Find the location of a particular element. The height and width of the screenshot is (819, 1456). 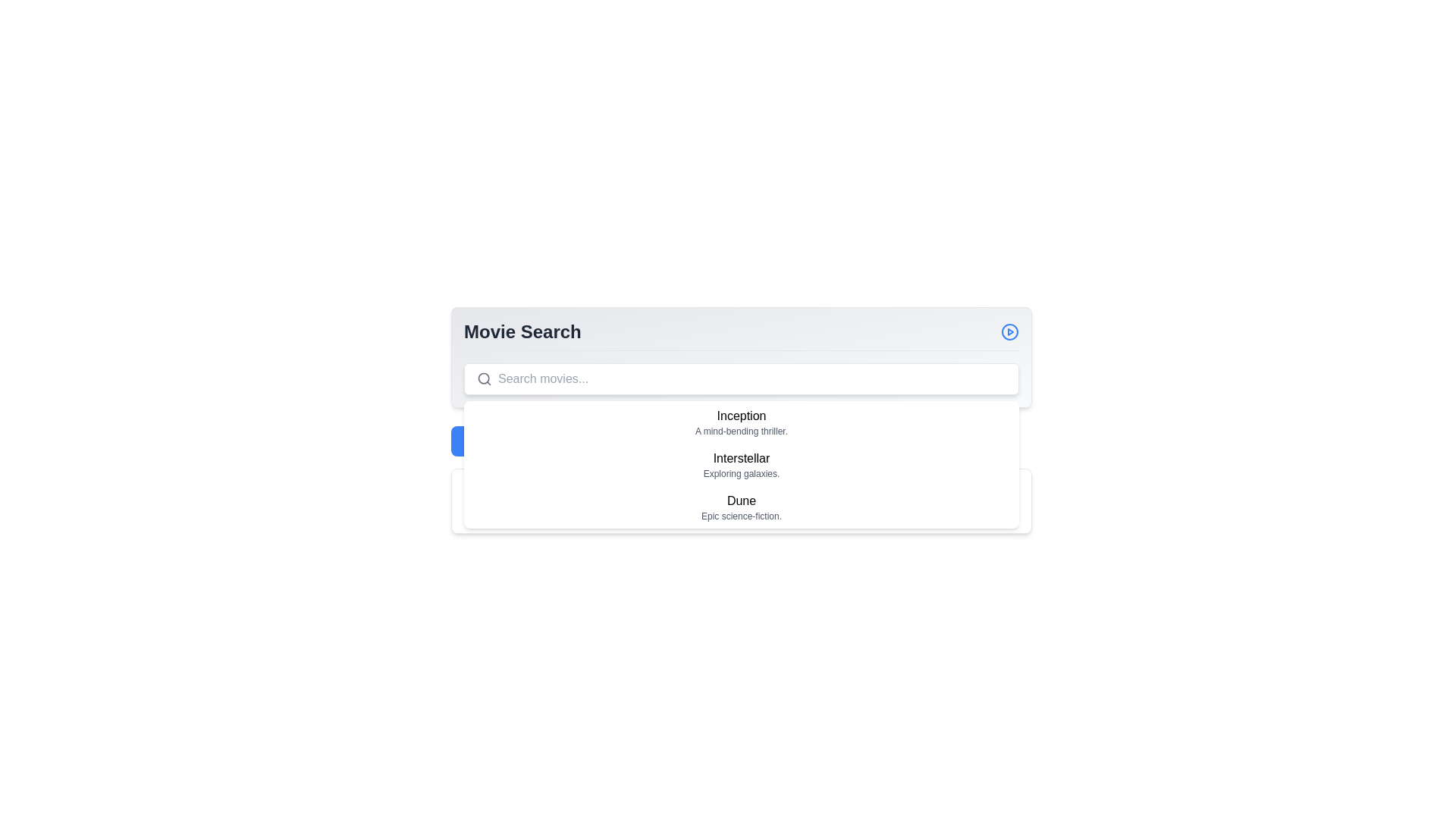

the static display text element that provides a brief description for the movie 'Dune', located in the dropdown menu as the last entry beneath the title is located at coordinates (742, 516).